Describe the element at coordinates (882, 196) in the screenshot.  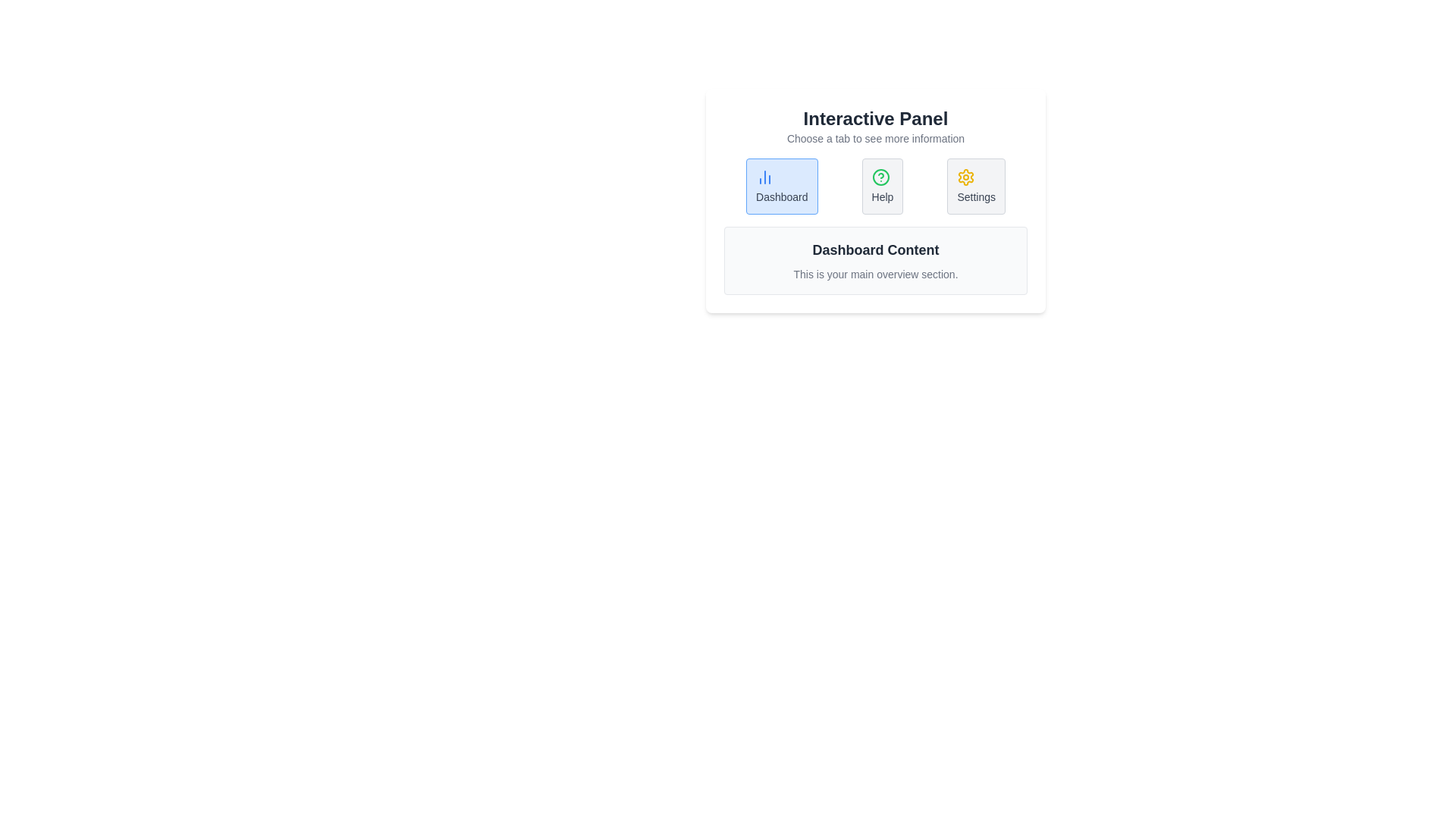
I see `the 'Help' text label, which is styled in gray and positioned below a help icon in the lower section of a button-like component` at that location.